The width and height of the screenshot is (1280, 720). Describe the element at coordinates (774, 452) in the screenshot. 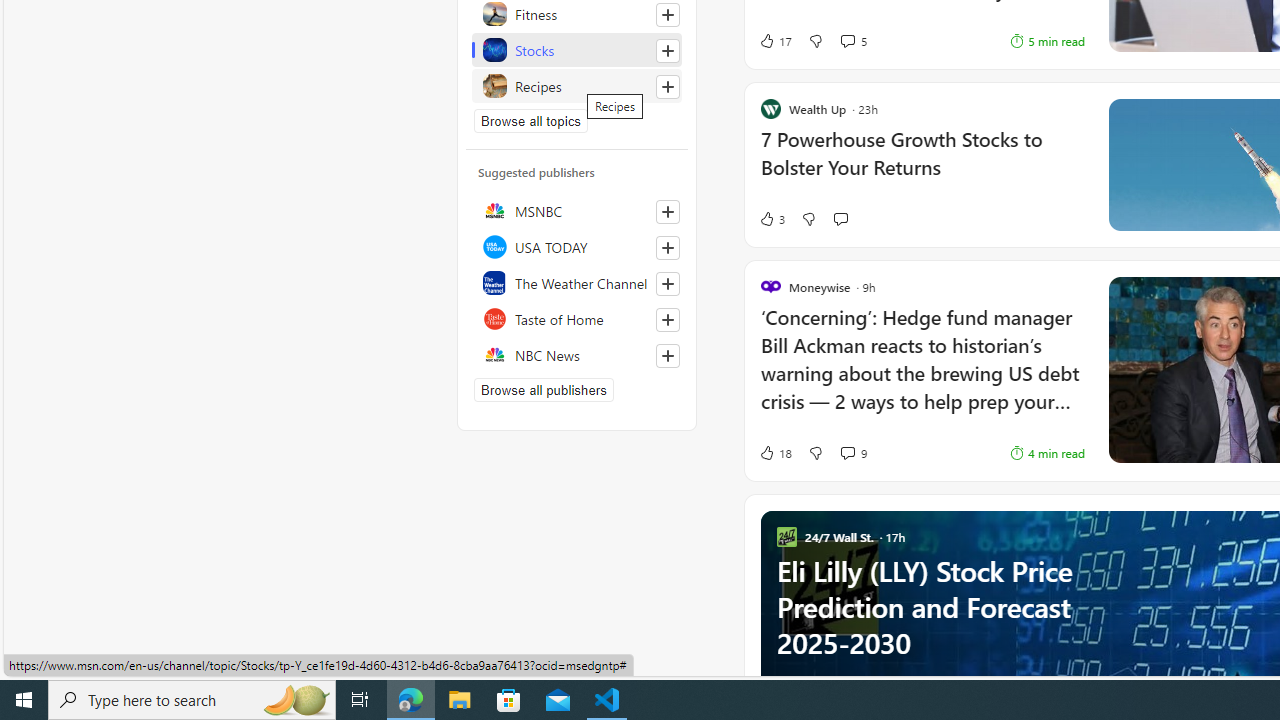

I see `'18 Like'` at that location.